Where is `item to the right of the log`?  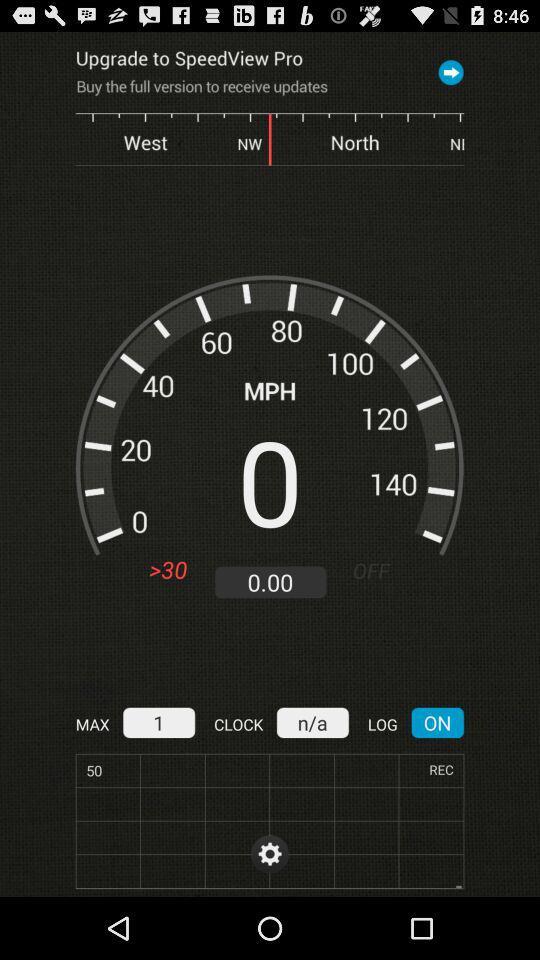
item to the right of the log is located at coordinates (436, 721).